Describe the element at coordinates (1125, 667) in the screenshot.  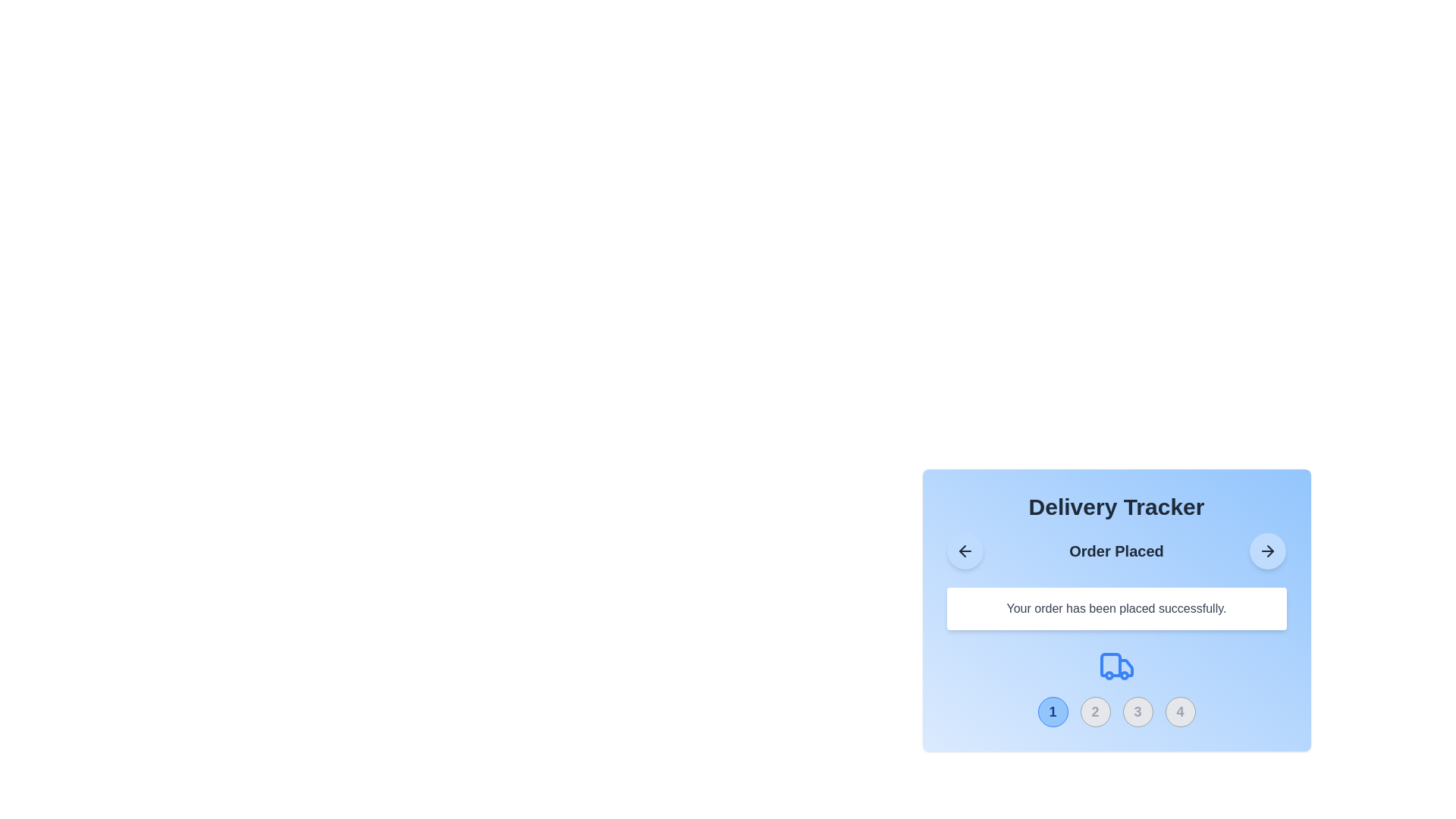
I see `the decorative vector graphic within the stylized truck icon, which is positioned between the first and second step indicators of the delivery progress tracker` at that location.